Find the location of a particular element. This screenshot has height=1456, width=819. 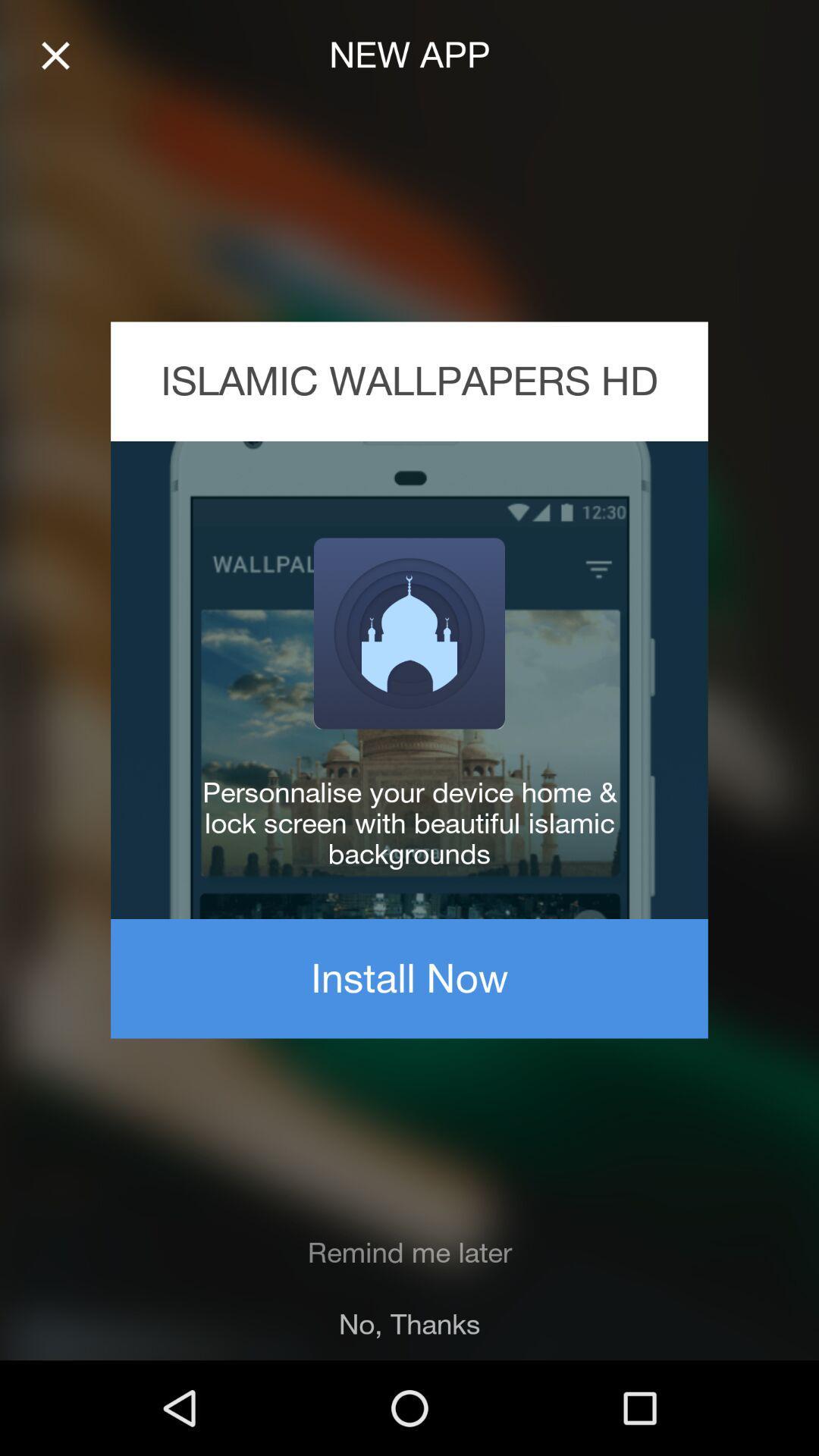

icon below remind me later is located at coordinates (409, 1323).